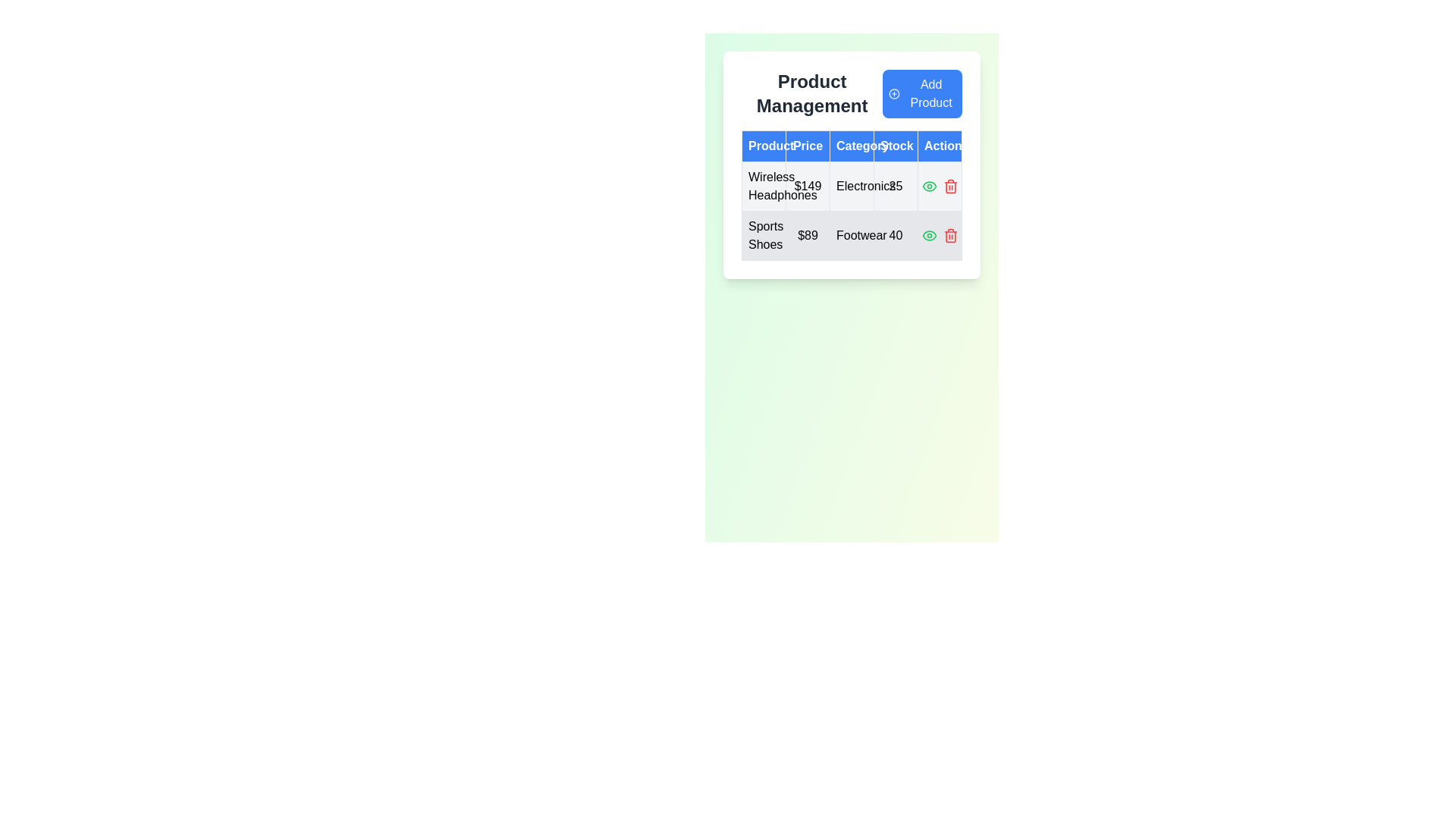 The height and width of the screenshot is (819, 1456). What do you see at coordinates (928, 186) in the screenshot?
I see `the outer semicircular shape of the eye icon in the 'Action' column of the second row next to the 'Sports Shoes' entry` at bounding box center [928, 186].